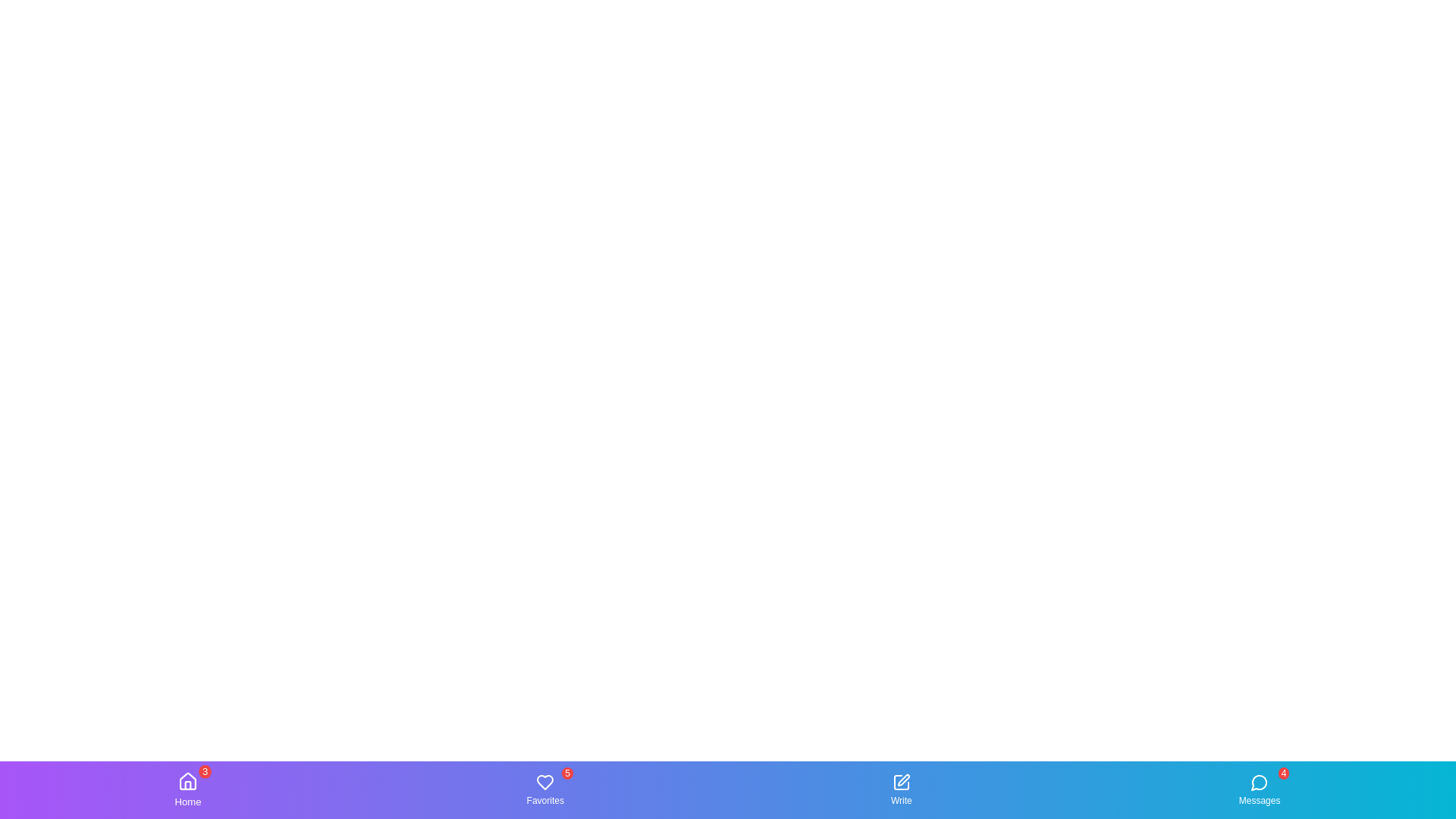 The width and height of the screenshot is (1456, 819). I want to click on the tab labeled Home, so click(187, 789).